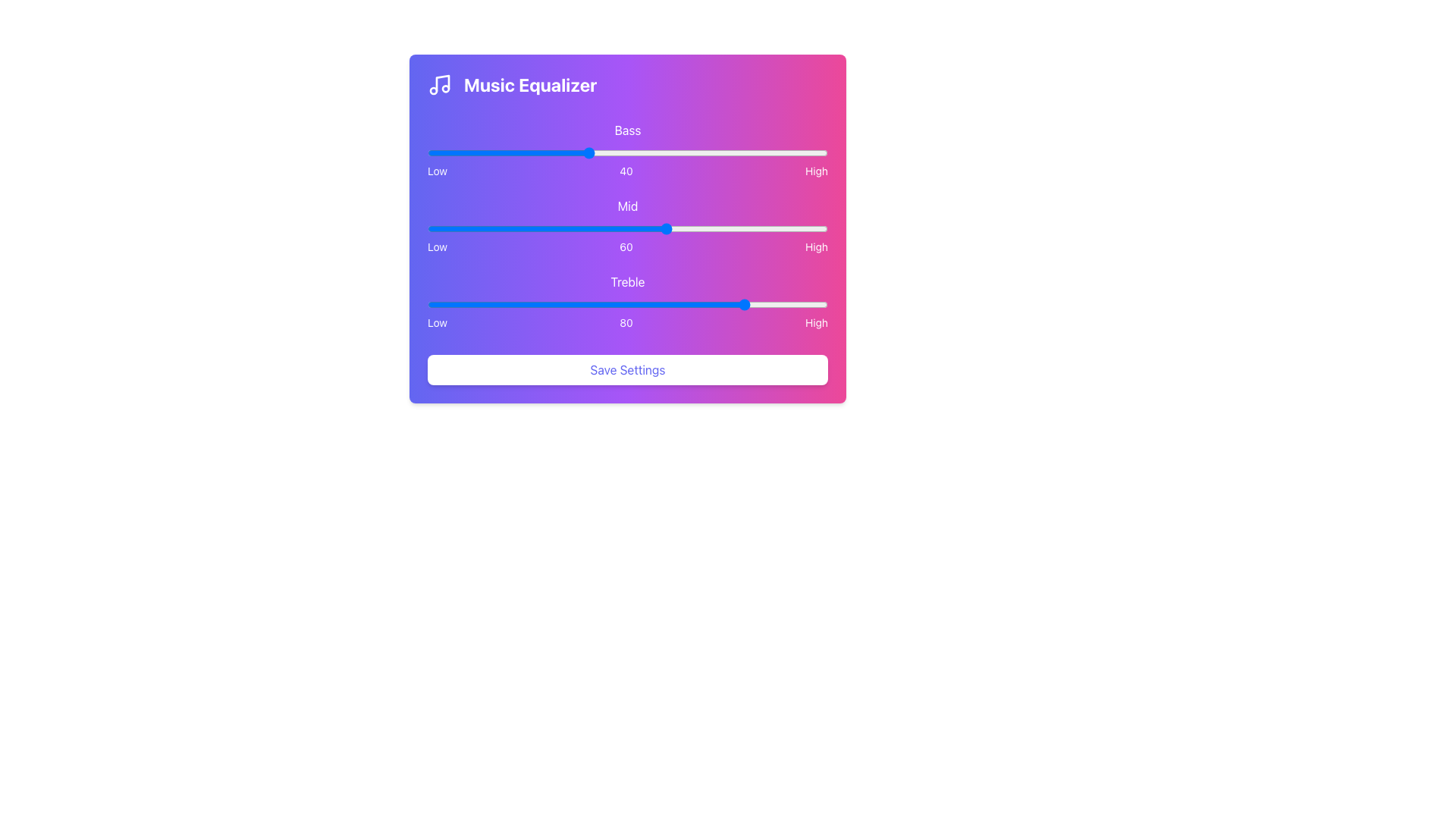 This screenshot has width=1456, height=819. I want to click on the label indicating the middle frequency range setting of the equalizer, which contains the text 'MidLow60High' and is positioned above the range slider, so click(628, 206).